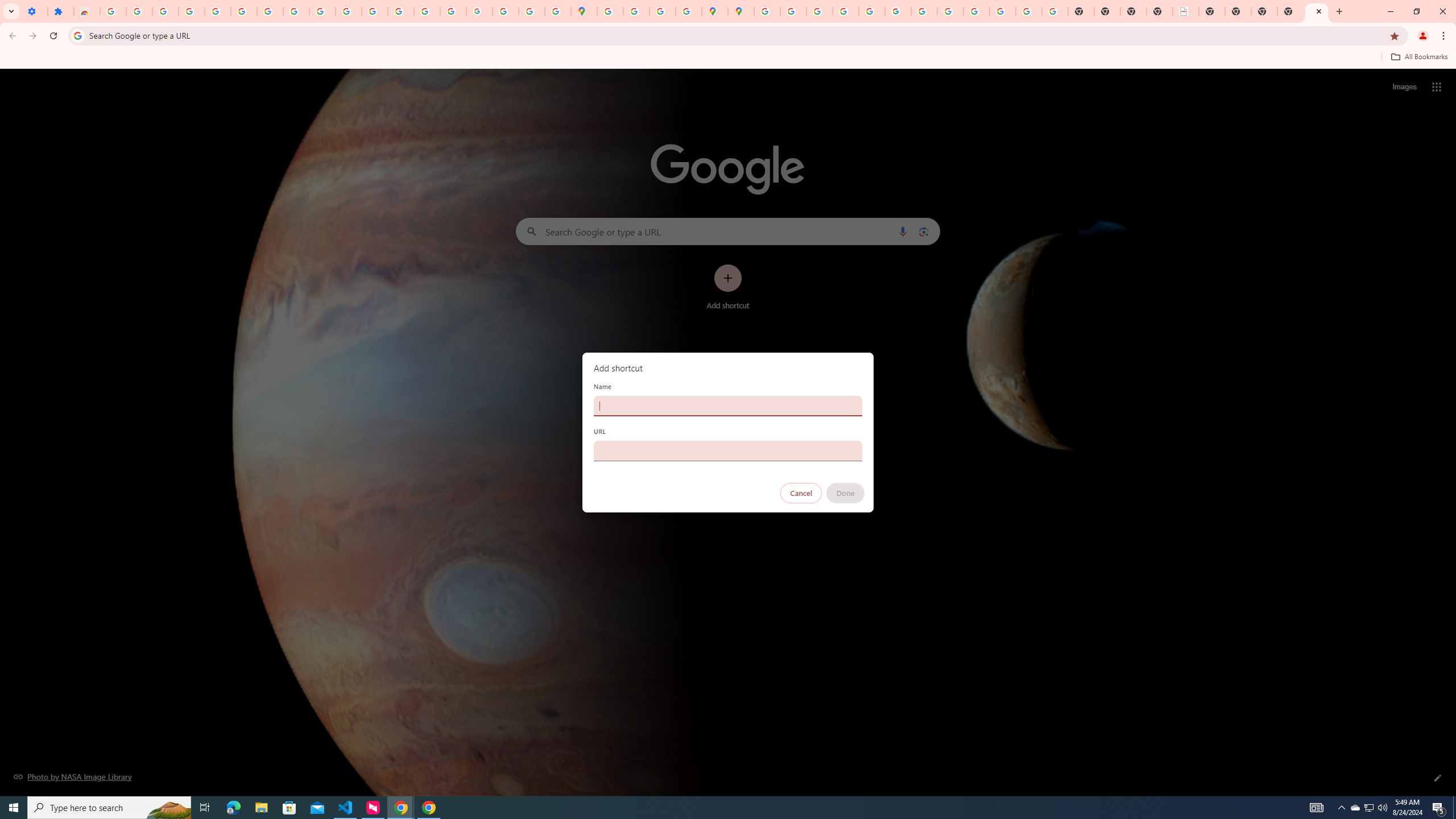 The height and width of the screenshot is (819, 1456). What do you see at coordinates (1418, 56) in the screenshot?
I see `'All Bookmarks'` at bounding box center [1418, 56].